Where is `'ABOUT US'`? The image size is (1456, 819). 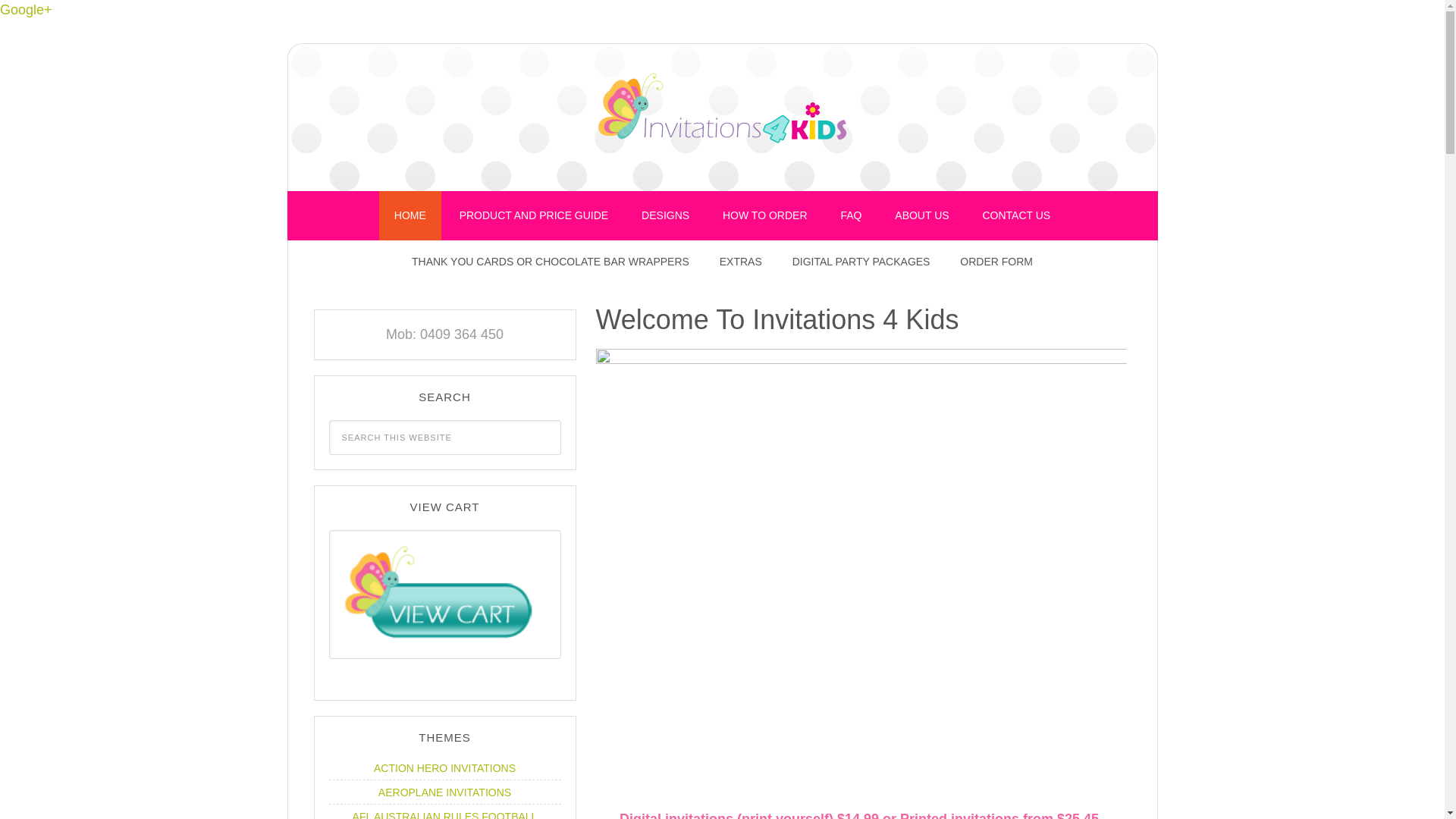
'ABOUT US' is located at coordinates (921, 215).